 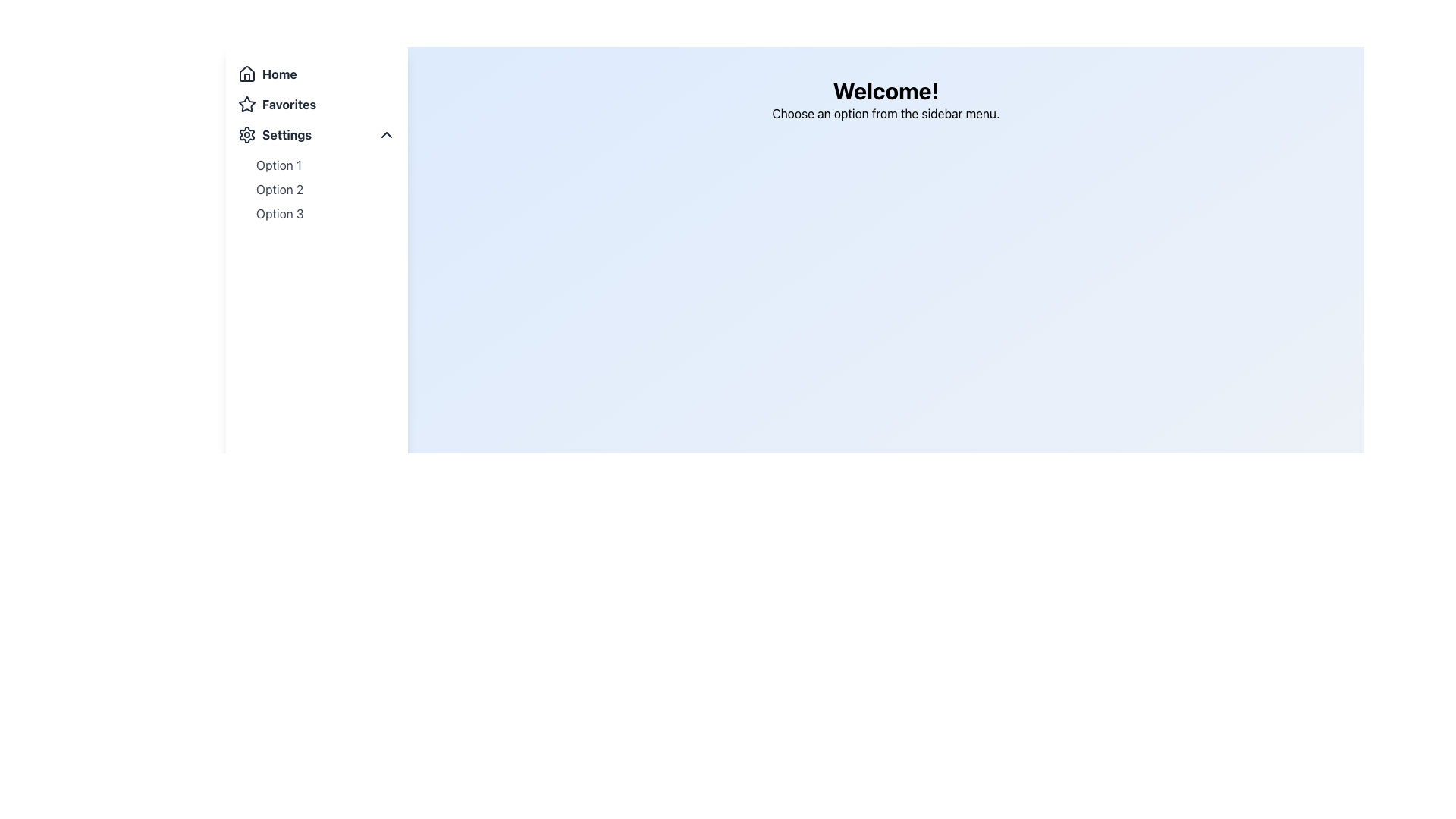 I want to click on the text button labeled 'Option 3' in dark gray, so click(x=280, y=213).